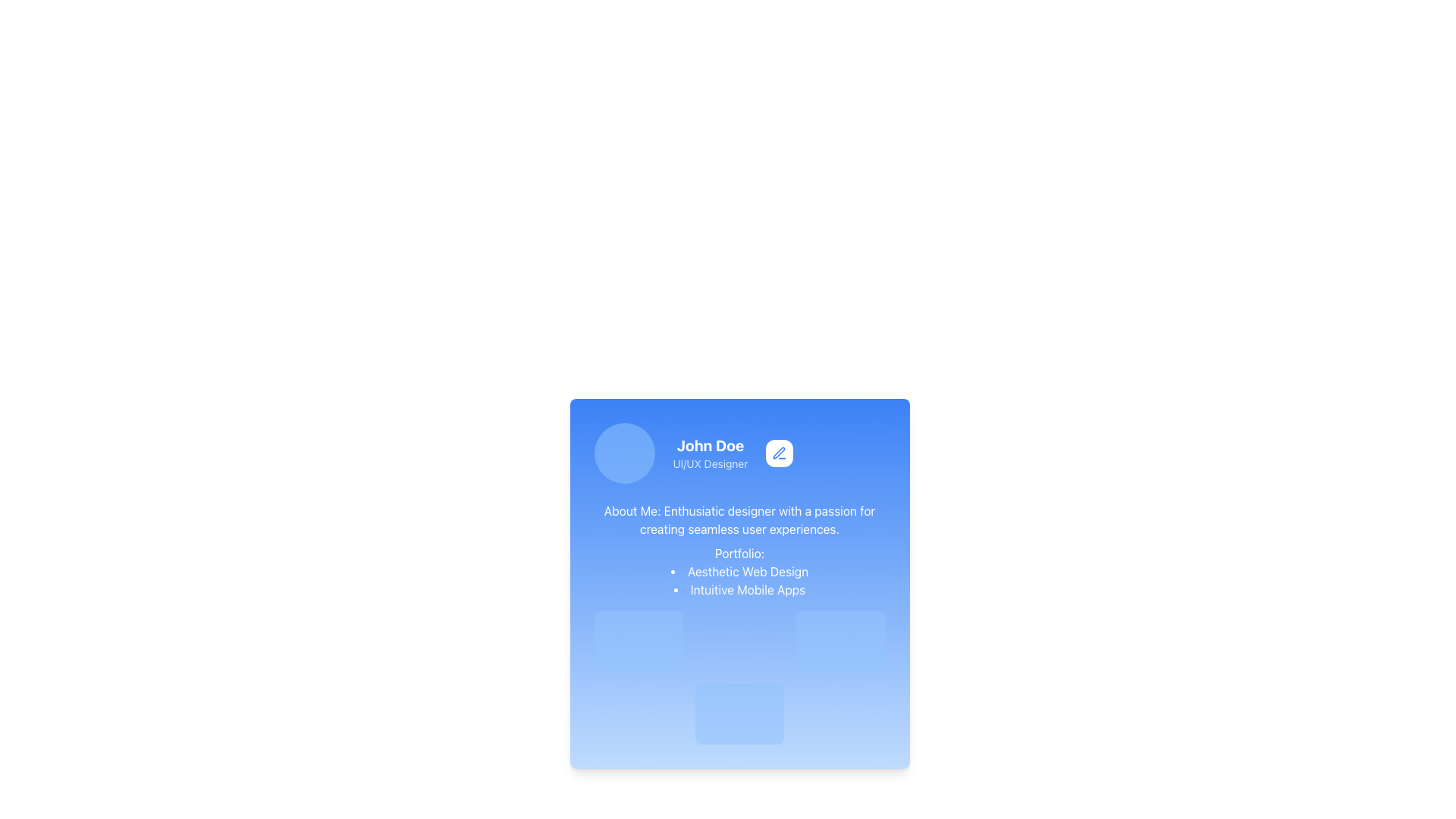 The height and width of the screenshot is (819, 1456). What do you see at coordinates (624, 452) in the screenshot?
I see `the Image Placeholder, which serves as a visual representation for a user profile picture` at bounding box center [624, 452].